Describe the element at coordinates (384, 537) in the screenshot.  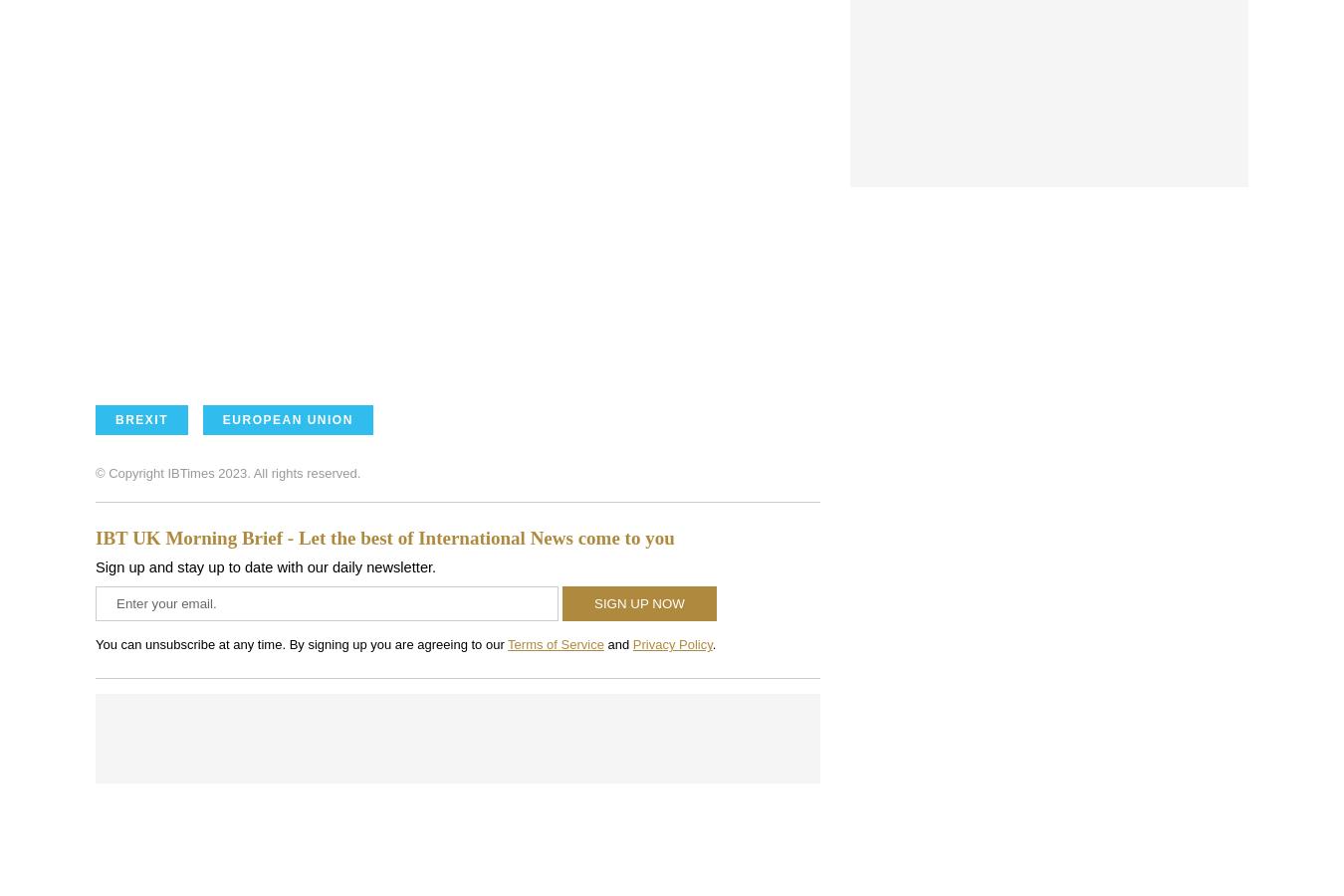
I see `'IBT UK Morning Brief - Let the best of International News come to you'` at that location.